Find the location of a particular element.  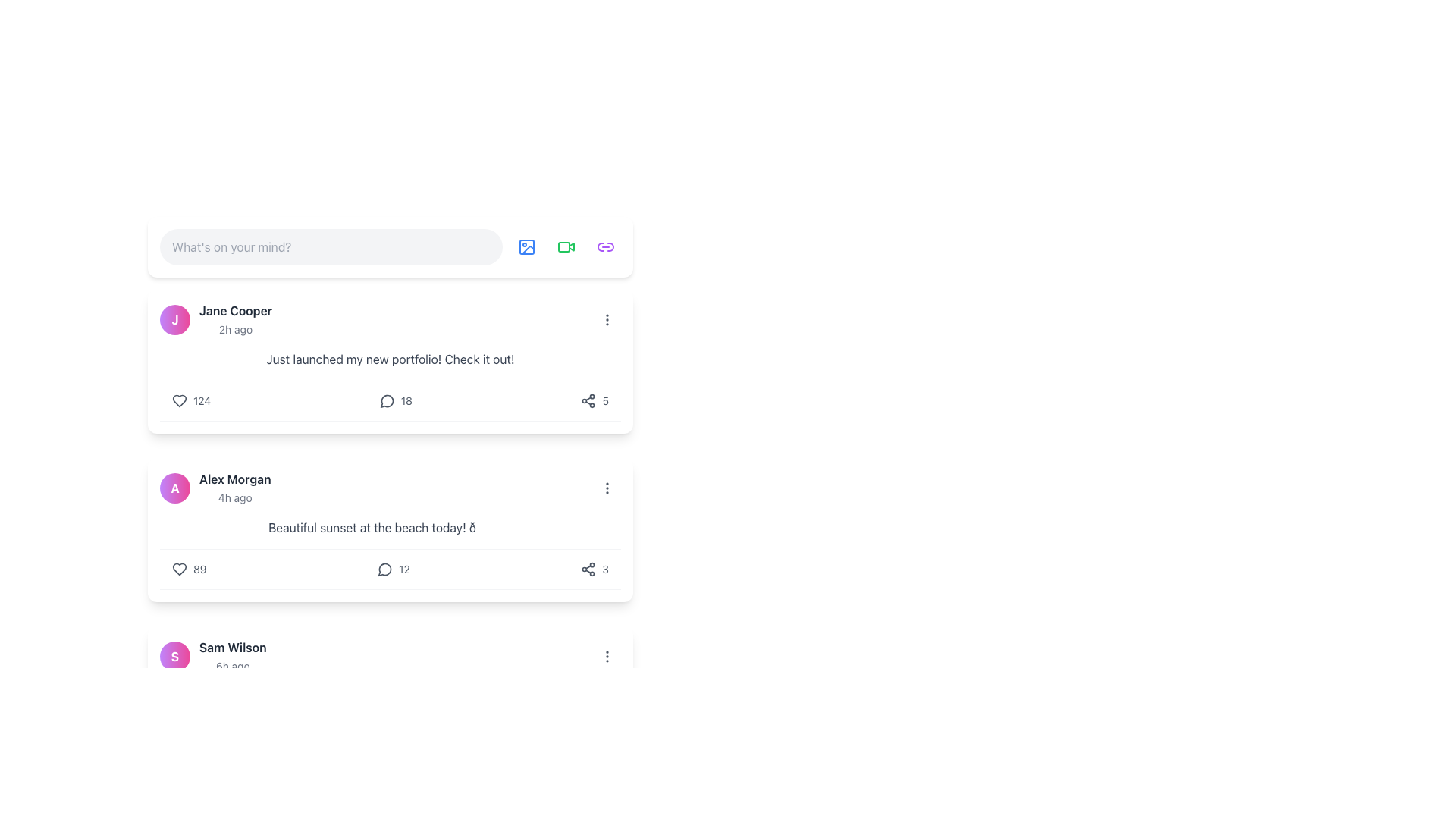

the green video camera icon located in the top-right corner of the interface is located at coordinates (566, 246).